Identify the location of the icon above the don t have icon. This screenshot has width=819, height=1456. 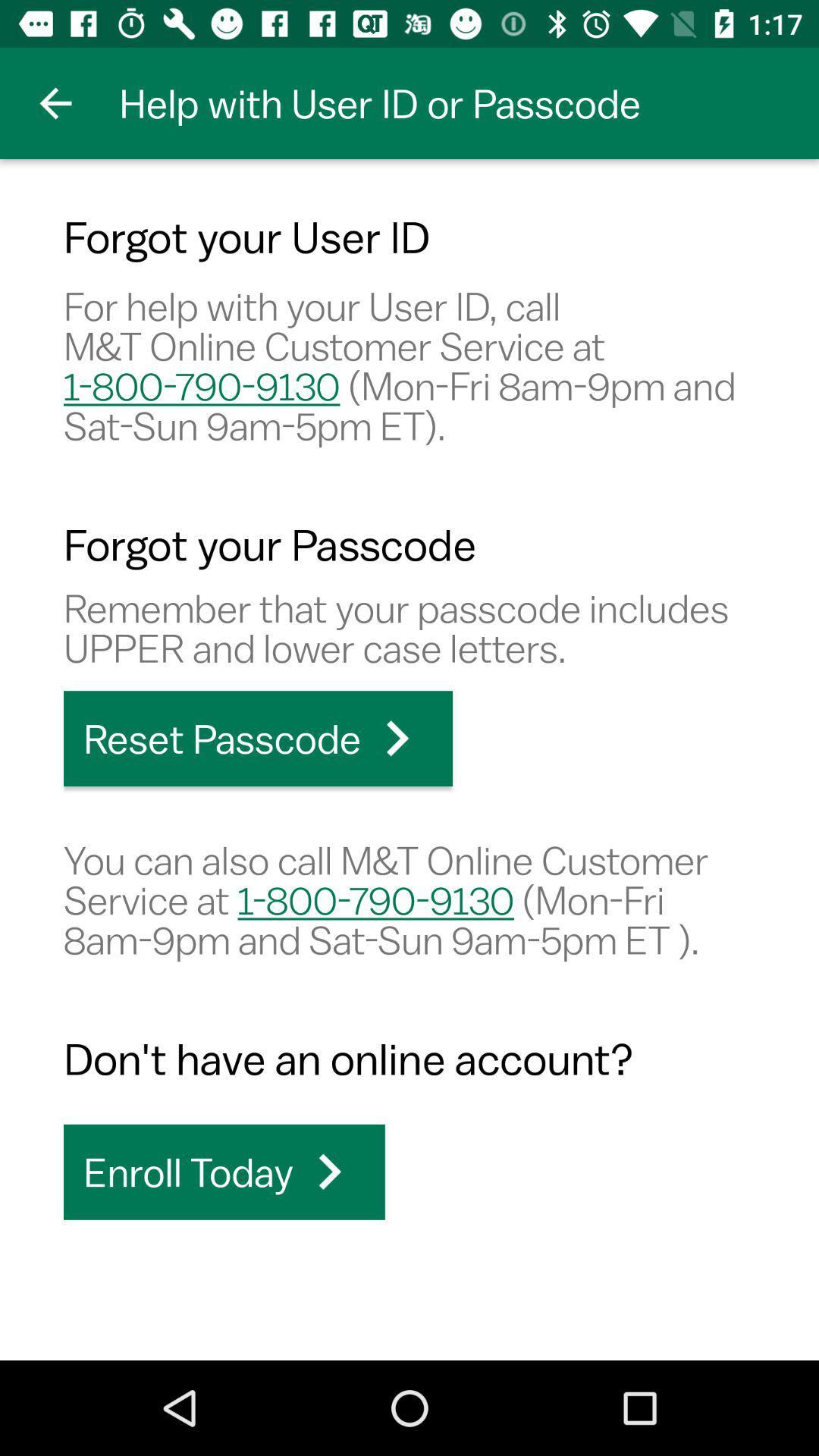
(409, 899).